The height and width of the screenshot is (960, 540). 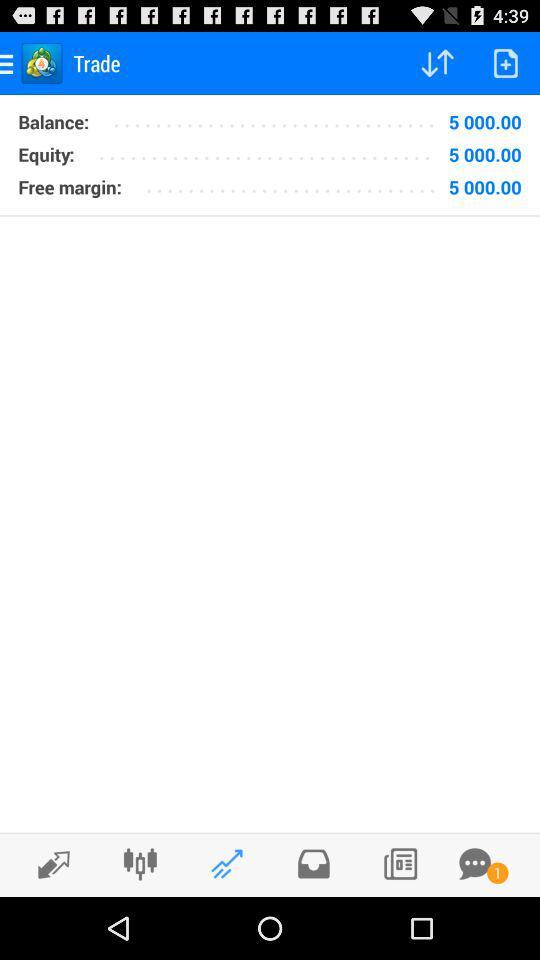 What do you see at coordinates (474, 863) in the screenshot?
I see `chat link` at bounding box center [474, 863].